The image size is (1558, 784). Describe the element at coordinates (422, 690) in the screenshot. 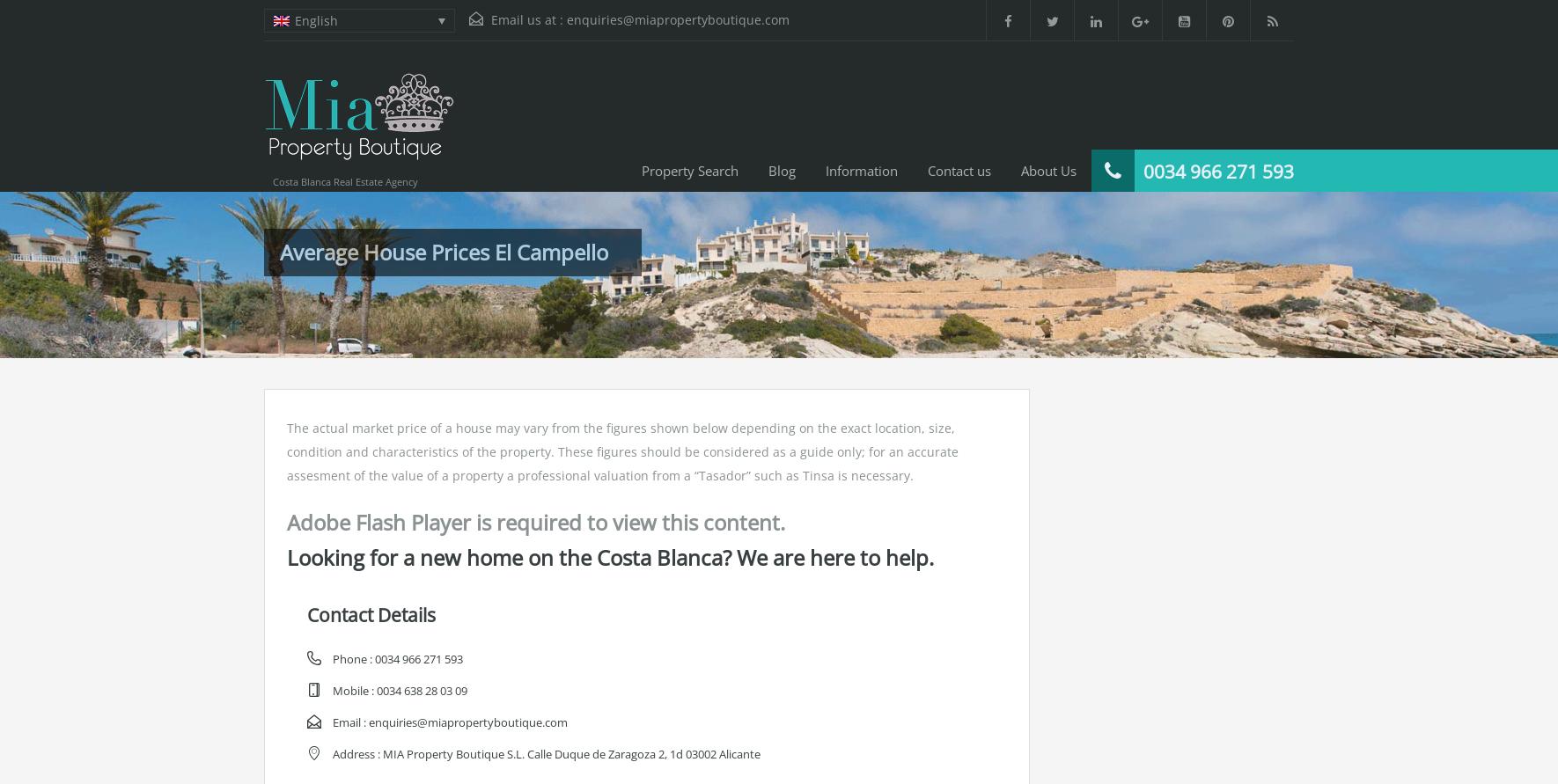

I see `'0034 638 28 03 09'` at that location.